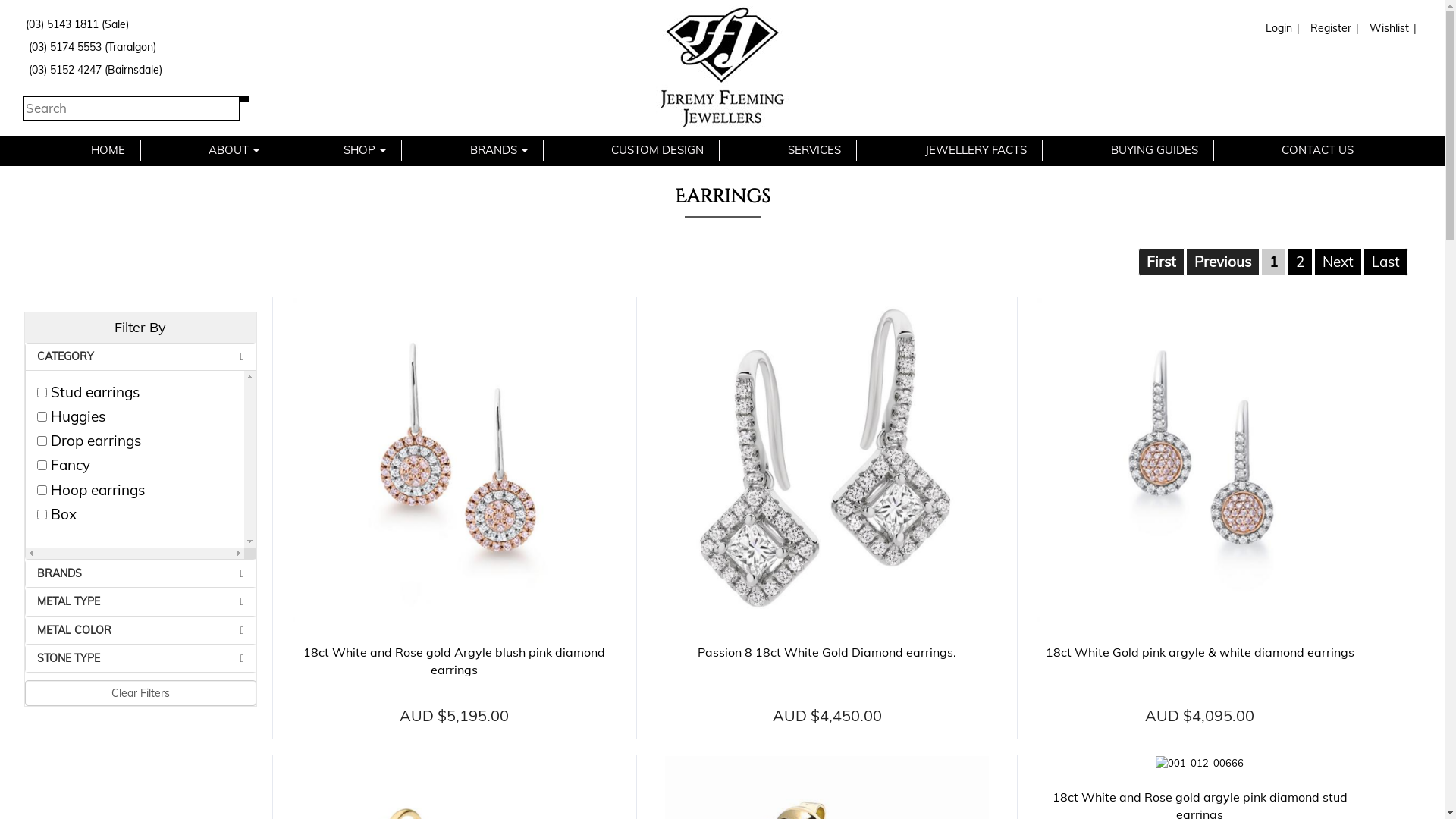  What do you see at coordinates (1287, 260) in the screenshot?
I see `'2'` at bounding box center [1287, 260].